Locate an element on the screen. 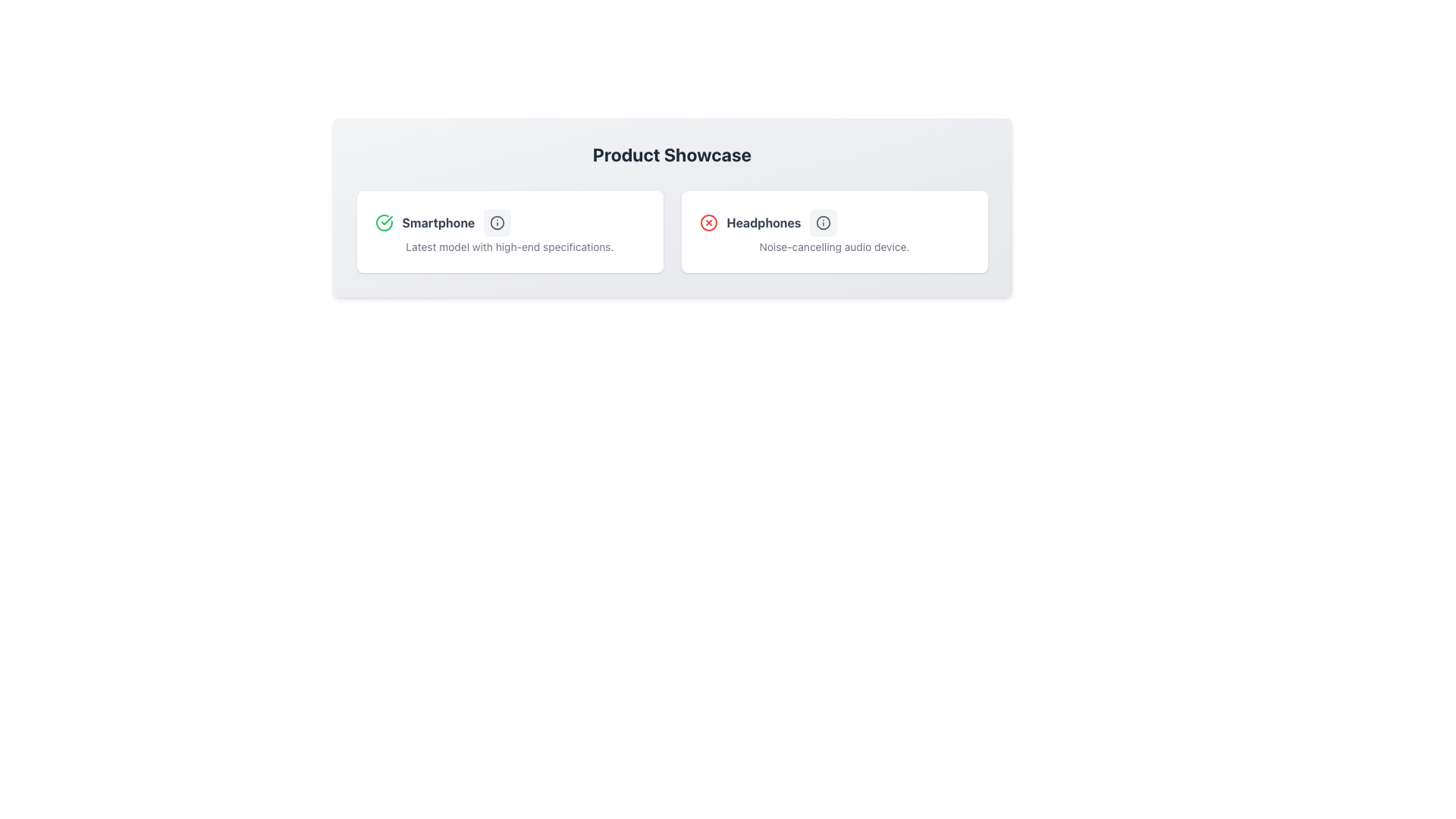 Image resolution: width=1456 pixels, height=819 pixels. the static text label providing additional information about the 'Smartphone' product located at the bottom of the product card is located at coordinates (510, 246).